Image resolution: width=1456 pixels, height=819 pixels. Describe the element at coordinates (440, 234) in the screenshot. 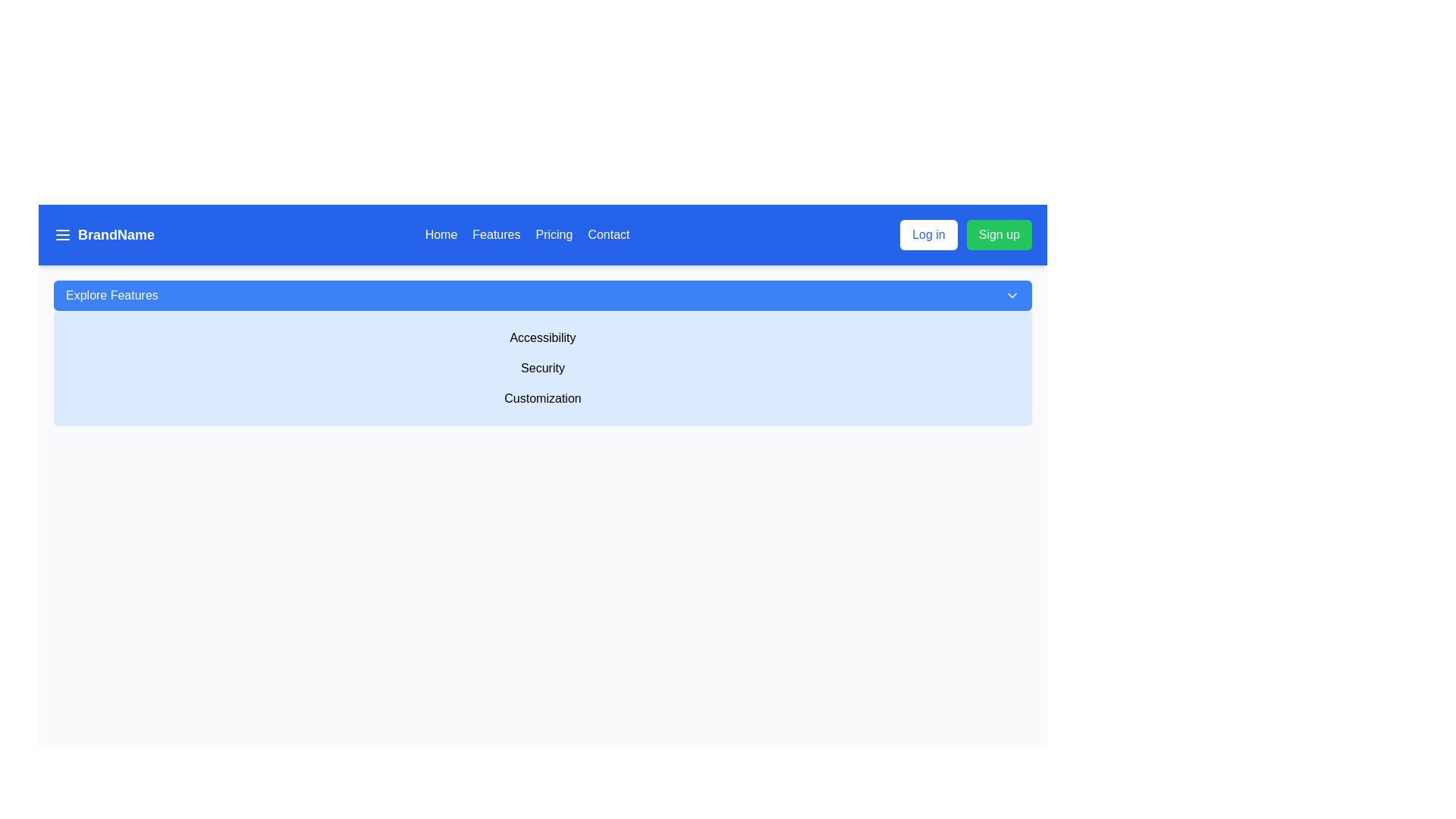

I see `the 'Home' text-based navigational link, which is styled with a white font on a blue background` at that location.